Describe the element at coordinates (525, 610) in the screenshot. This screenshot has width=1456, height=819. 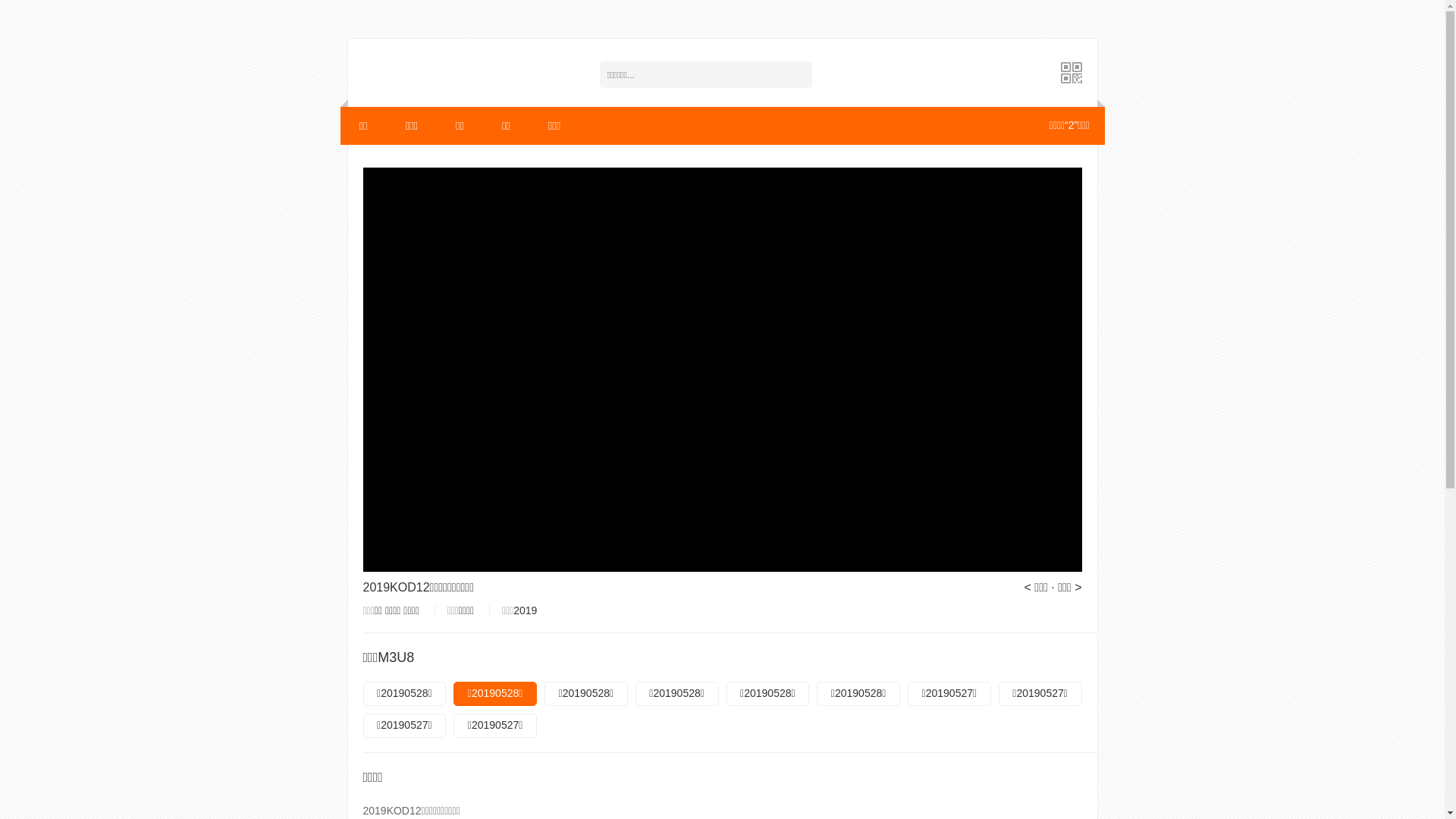
I see `'2019'` at that location.